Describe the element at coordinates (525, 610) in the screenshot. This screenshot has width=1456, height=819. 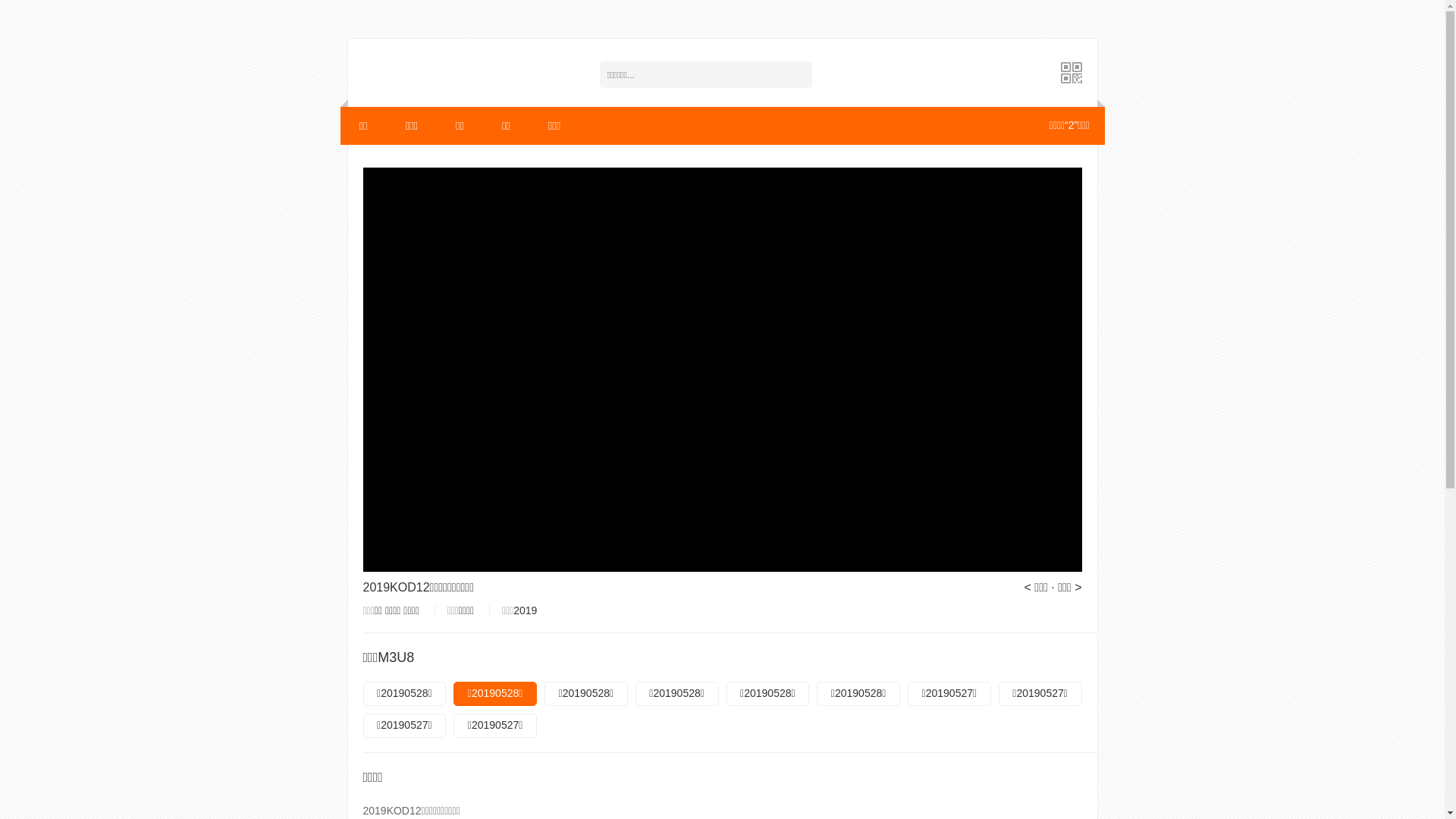
I see `'2019'` at that location.